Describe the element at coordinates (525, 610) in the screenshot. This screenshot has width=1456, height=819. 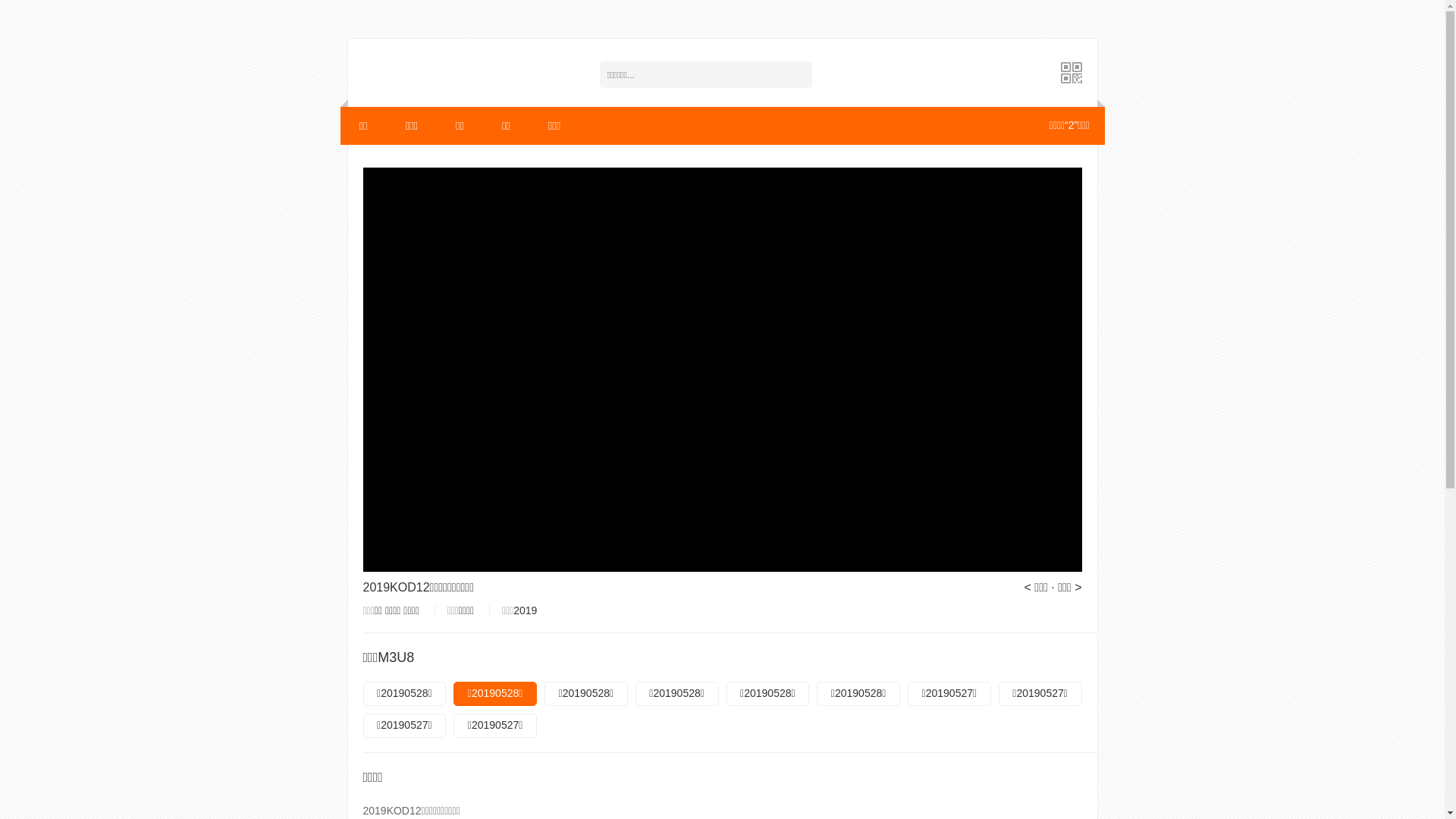
I see `'2019'` at that location.